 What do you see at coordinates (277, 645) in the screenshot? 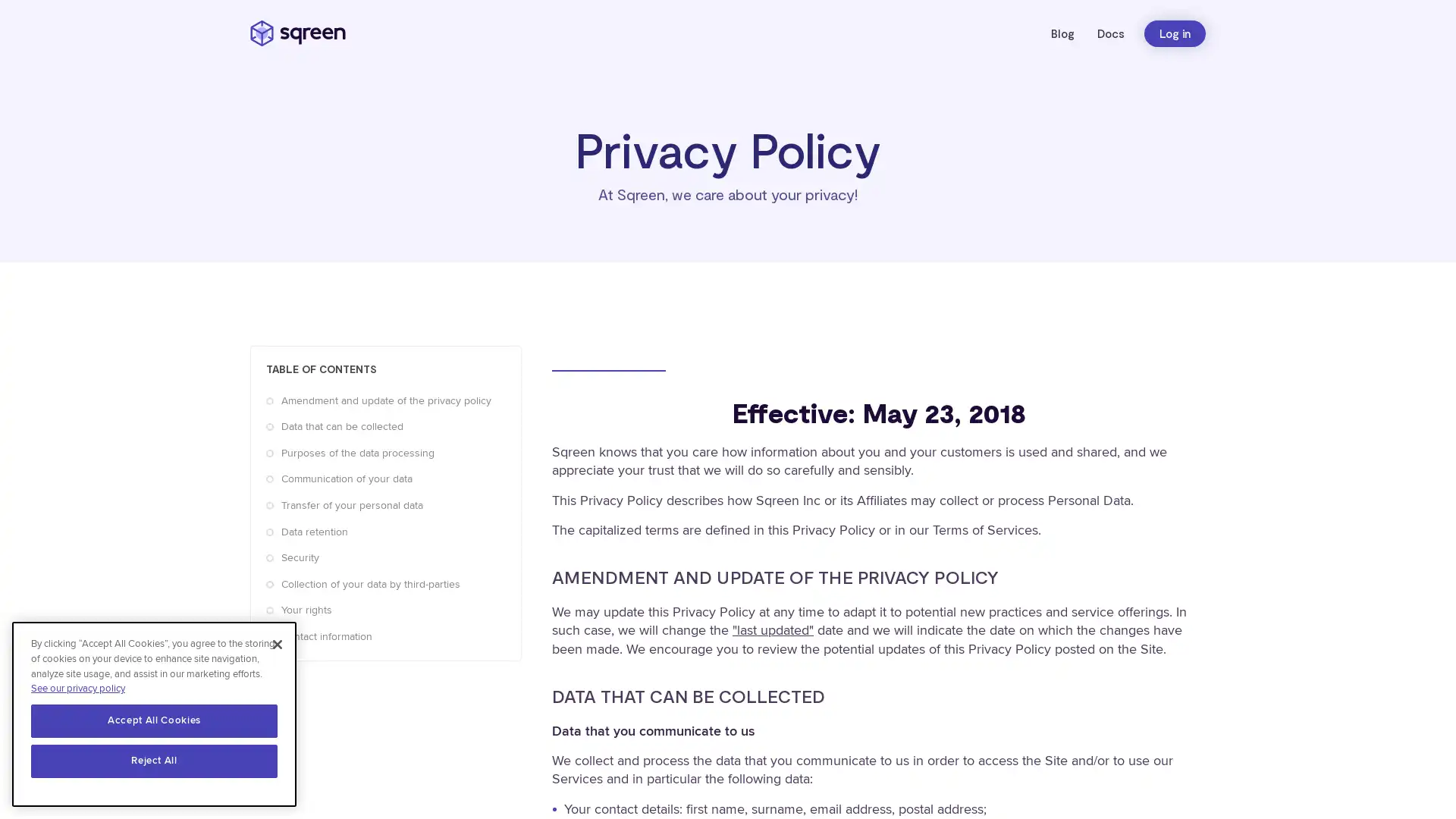
I see `Close` at bounding box center [277, 645].